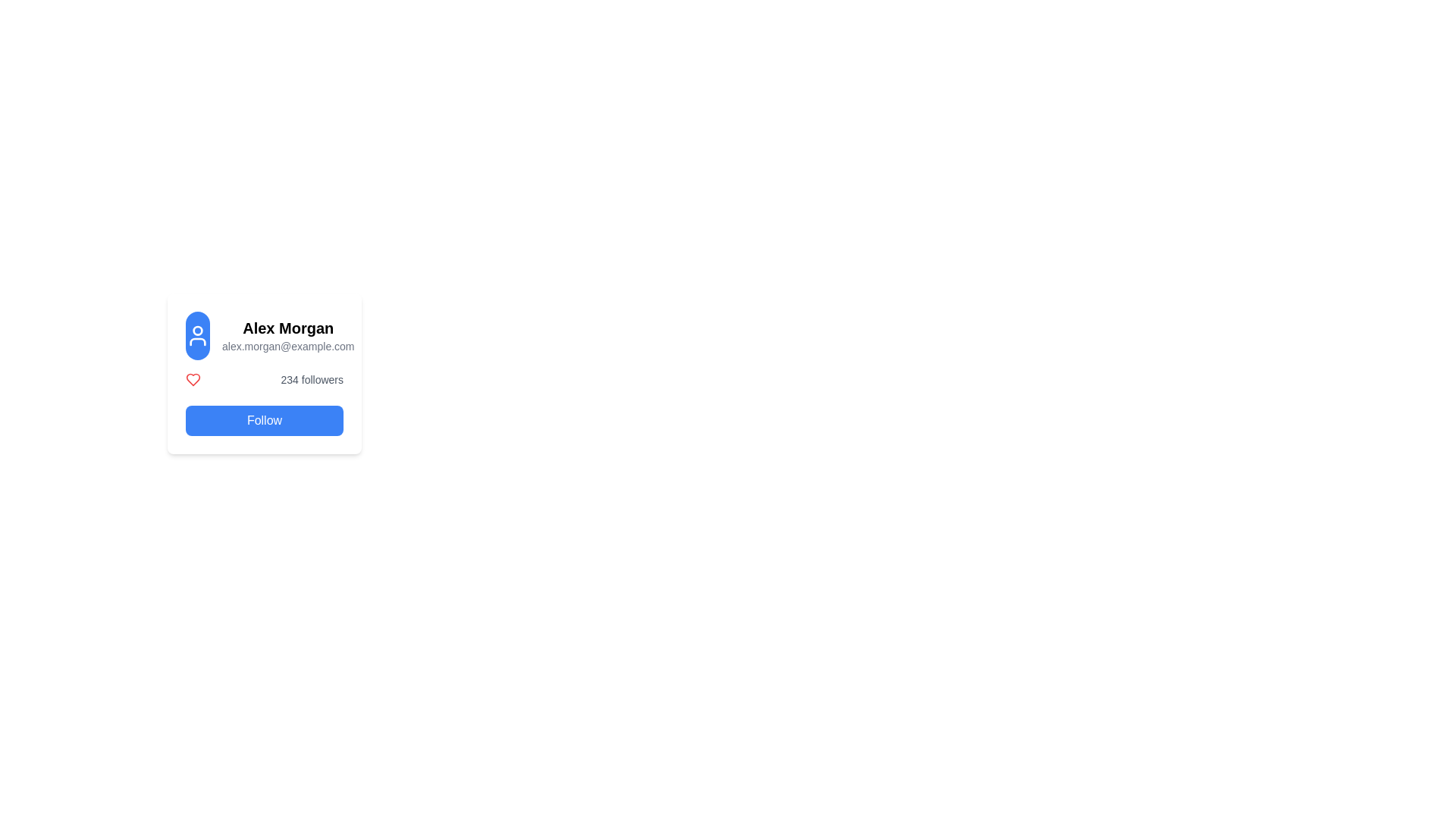 The image size is (1456, 819). Describe the element at coordinates (196, 335) in the screenshot. I see `the user profile icon, which is a minimalist silhouette with a white stroke on a blue circular background, located at the top-left of the profile card` at that location.